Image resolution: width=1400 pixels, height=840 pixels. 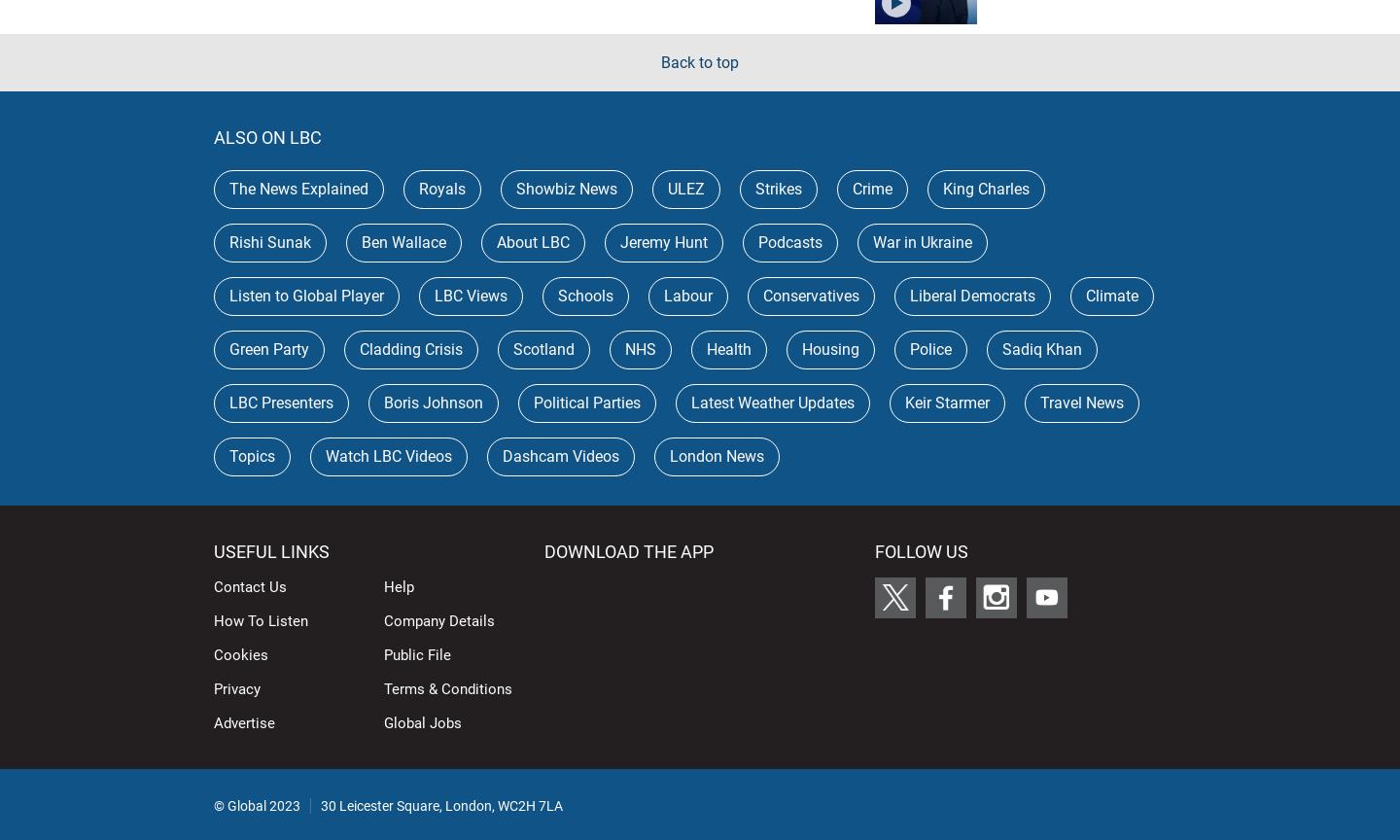 I want to click on 'Watch LBC Videos', so click(x=388, y=455).